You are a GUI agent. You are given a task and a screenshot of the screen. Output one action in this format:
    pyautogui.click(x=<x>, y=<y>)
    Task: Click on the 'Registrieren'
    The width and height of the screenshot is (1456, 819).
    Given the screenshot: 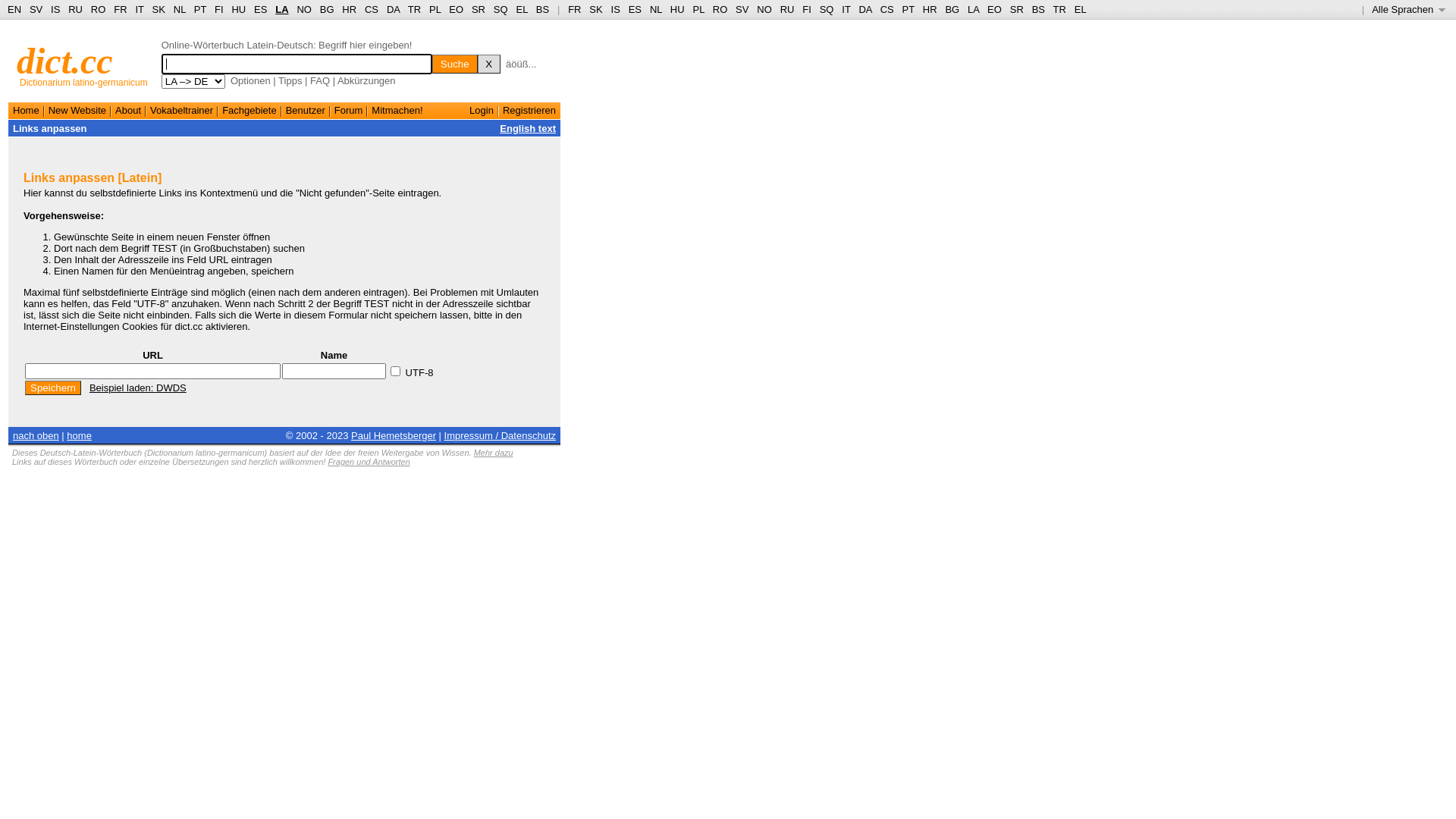 What is the action you would take?
    pyautogui.click(x=529, y=109)
    